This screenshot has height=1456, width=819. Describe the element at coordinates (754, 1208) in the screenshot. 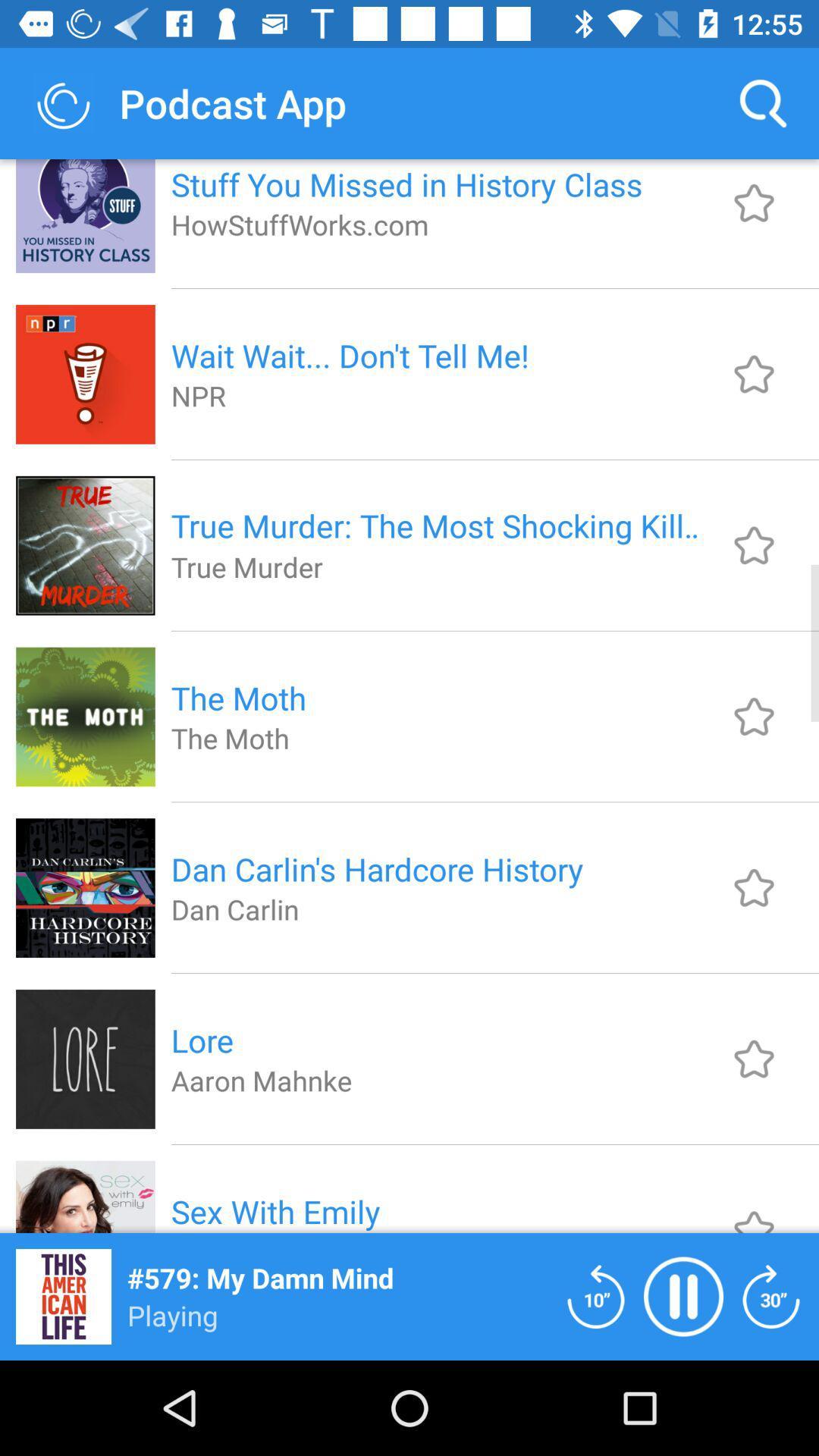

I see `the podcast` at that location.